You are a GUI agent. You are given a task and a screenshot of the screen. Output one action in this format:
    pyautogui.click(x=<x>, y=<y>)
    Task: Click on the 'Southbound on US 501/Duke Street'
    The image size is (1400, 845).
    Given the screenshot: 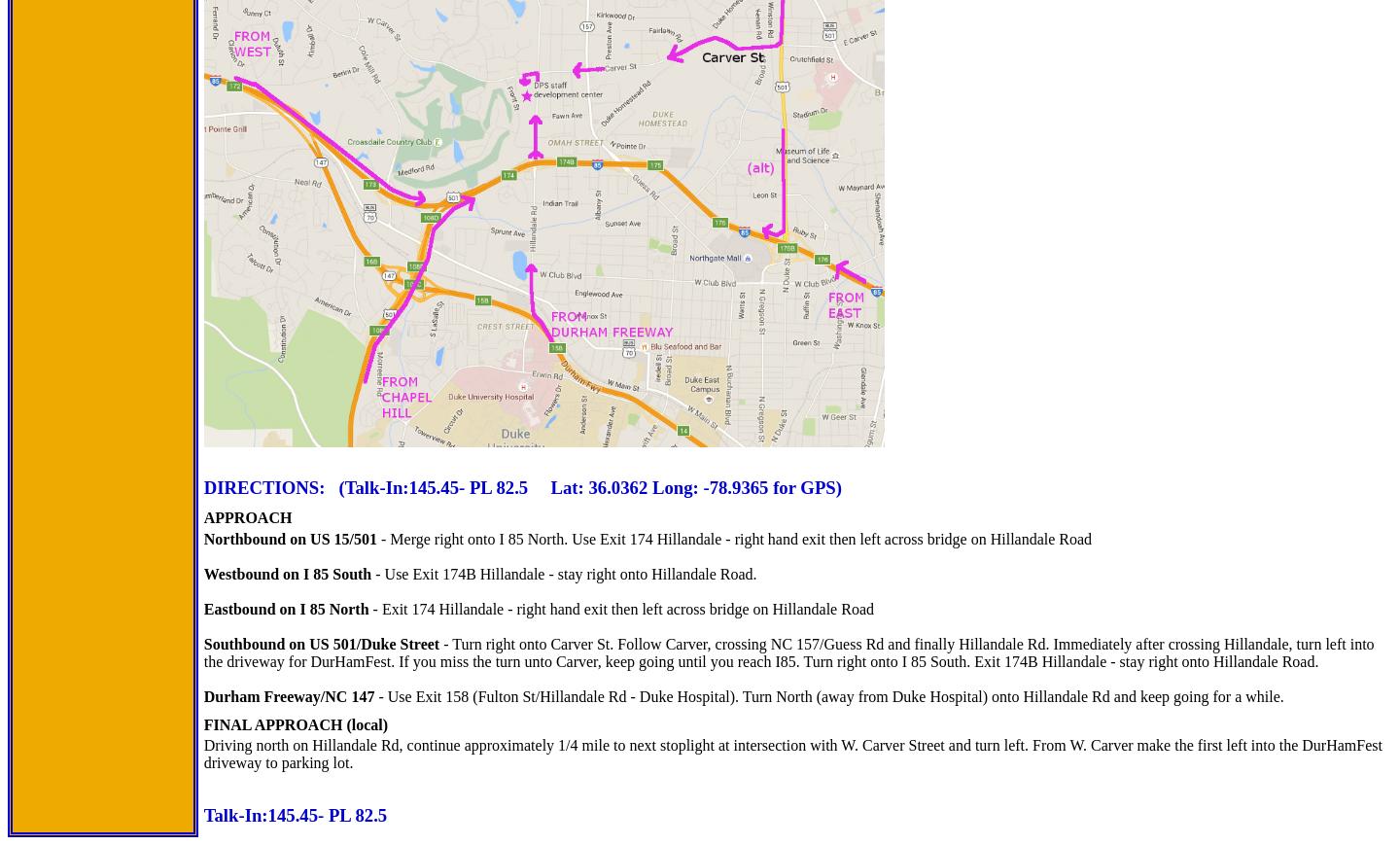 What is the action you would take?
    pyautogui.click(x=321, y=643)
    